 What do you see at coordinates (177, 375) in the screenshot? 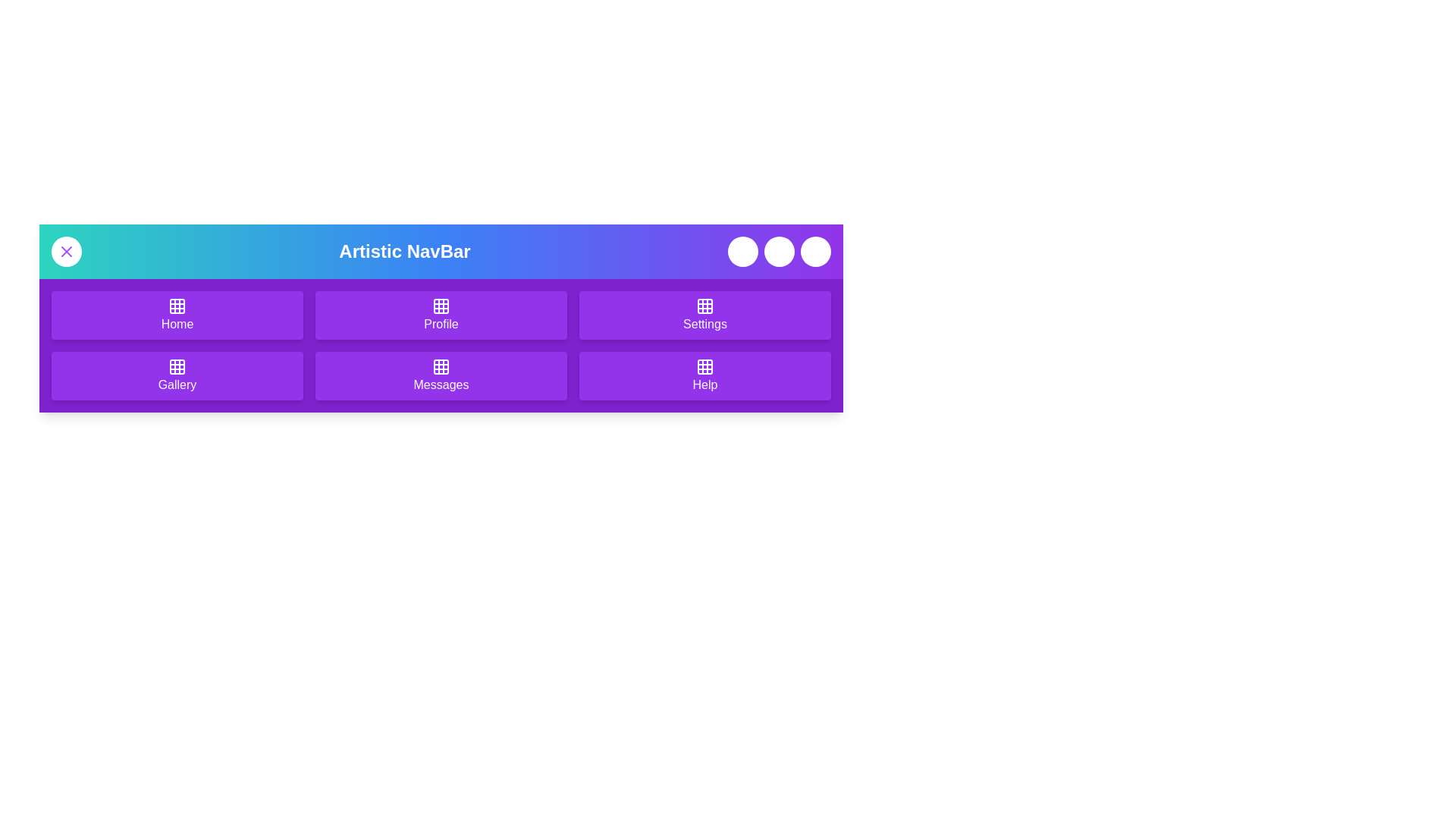
I see `the navigation item labeled Gallery` at bounding box center [177, 375].